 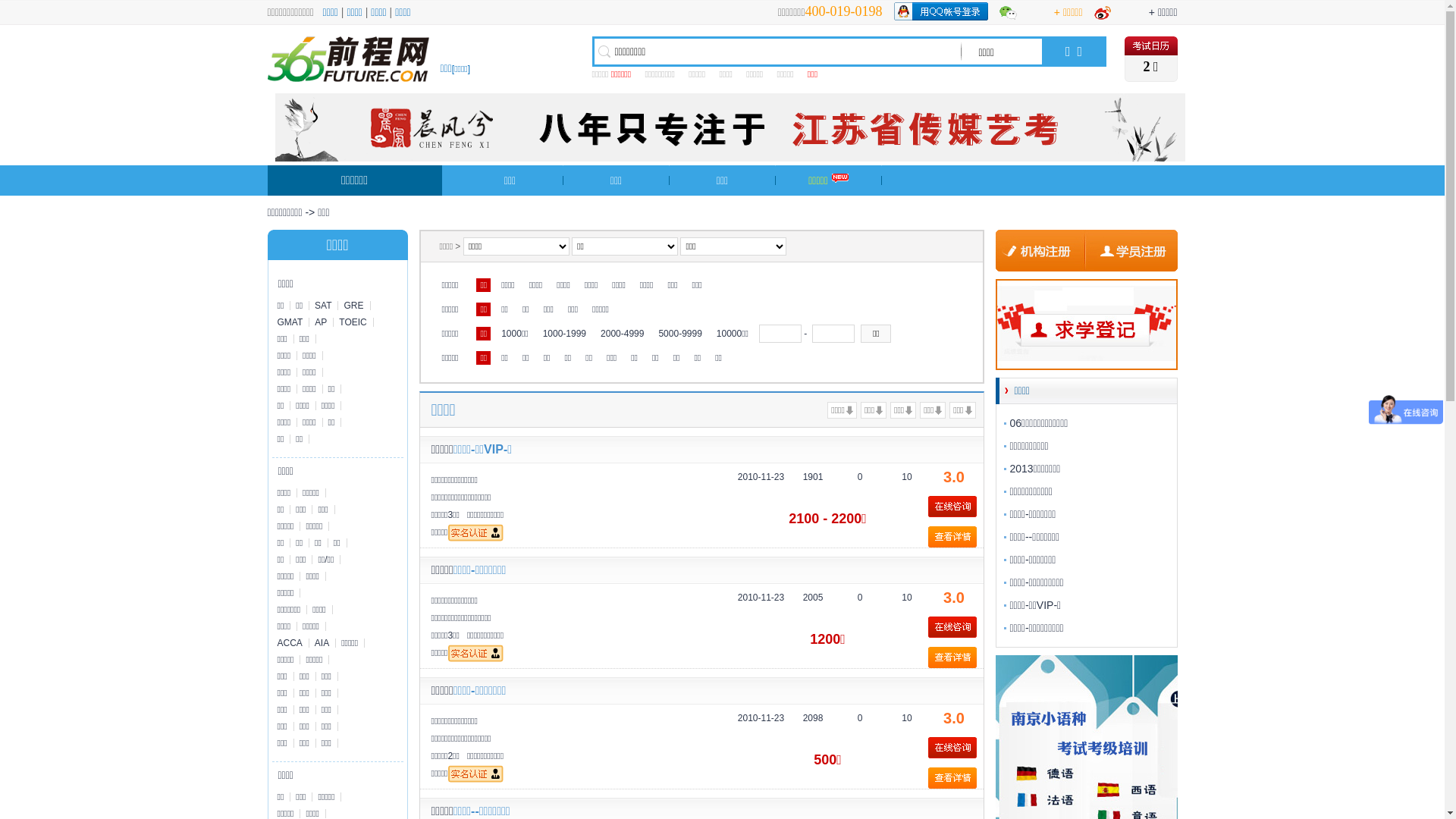 I want to click on 'AP', so click(x=320, y=321).